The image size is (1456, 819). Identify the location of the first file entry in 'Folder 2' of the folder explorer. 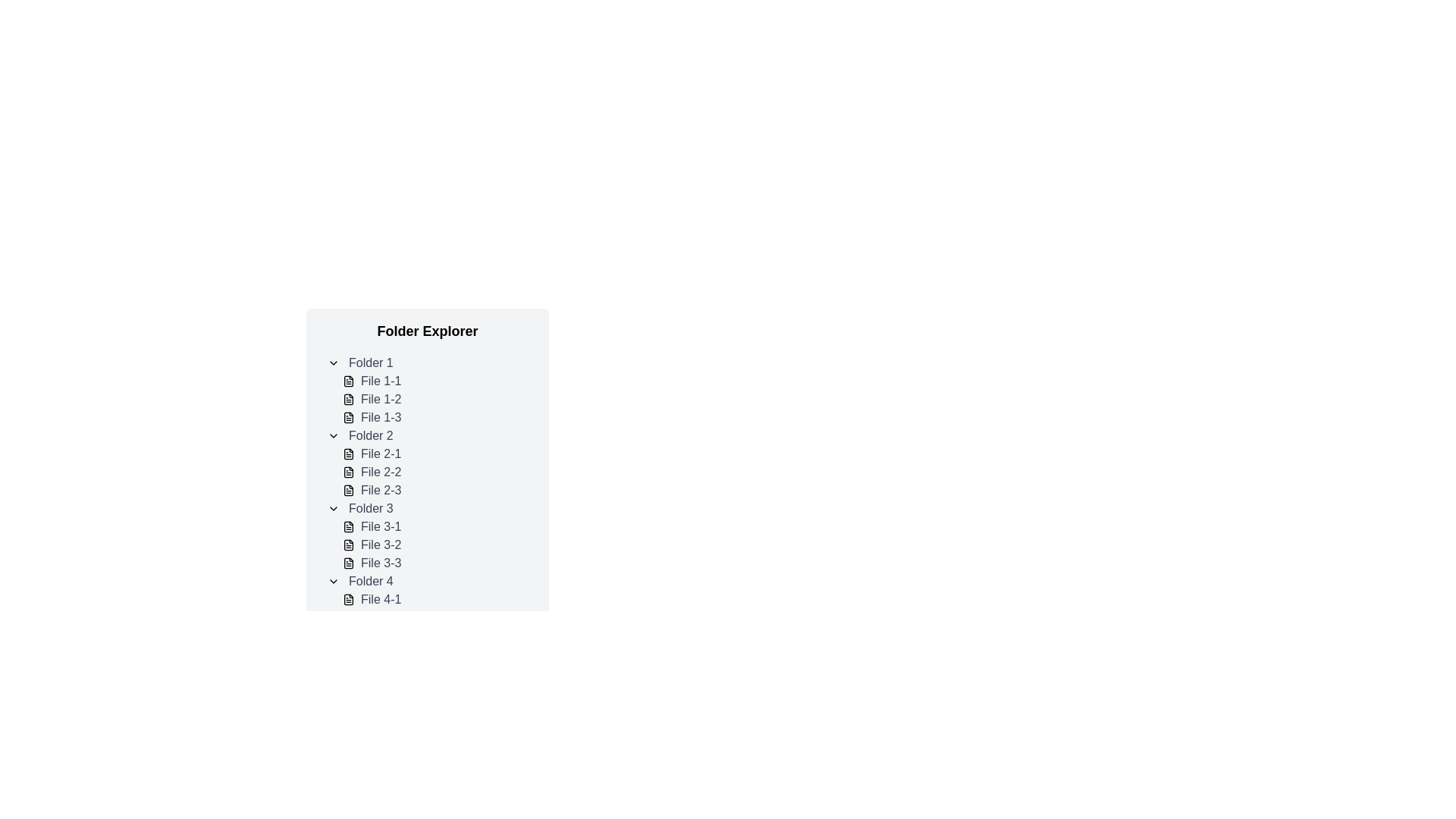
(439, 453).